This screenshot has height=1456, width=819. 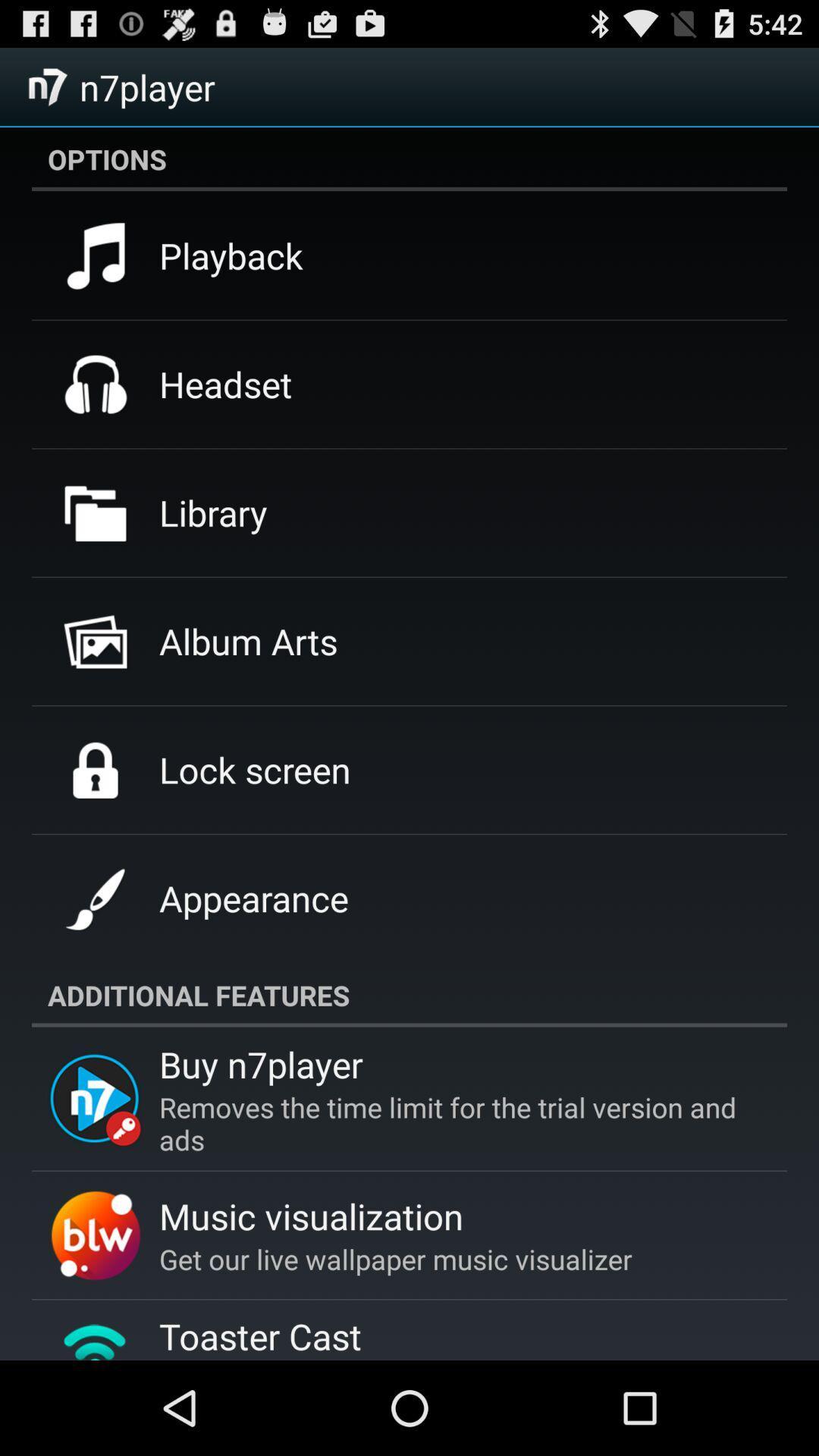 What do you see at coordinates (225, 384) in the screenshot?
I see `headset` at bounding box center [225, 384].